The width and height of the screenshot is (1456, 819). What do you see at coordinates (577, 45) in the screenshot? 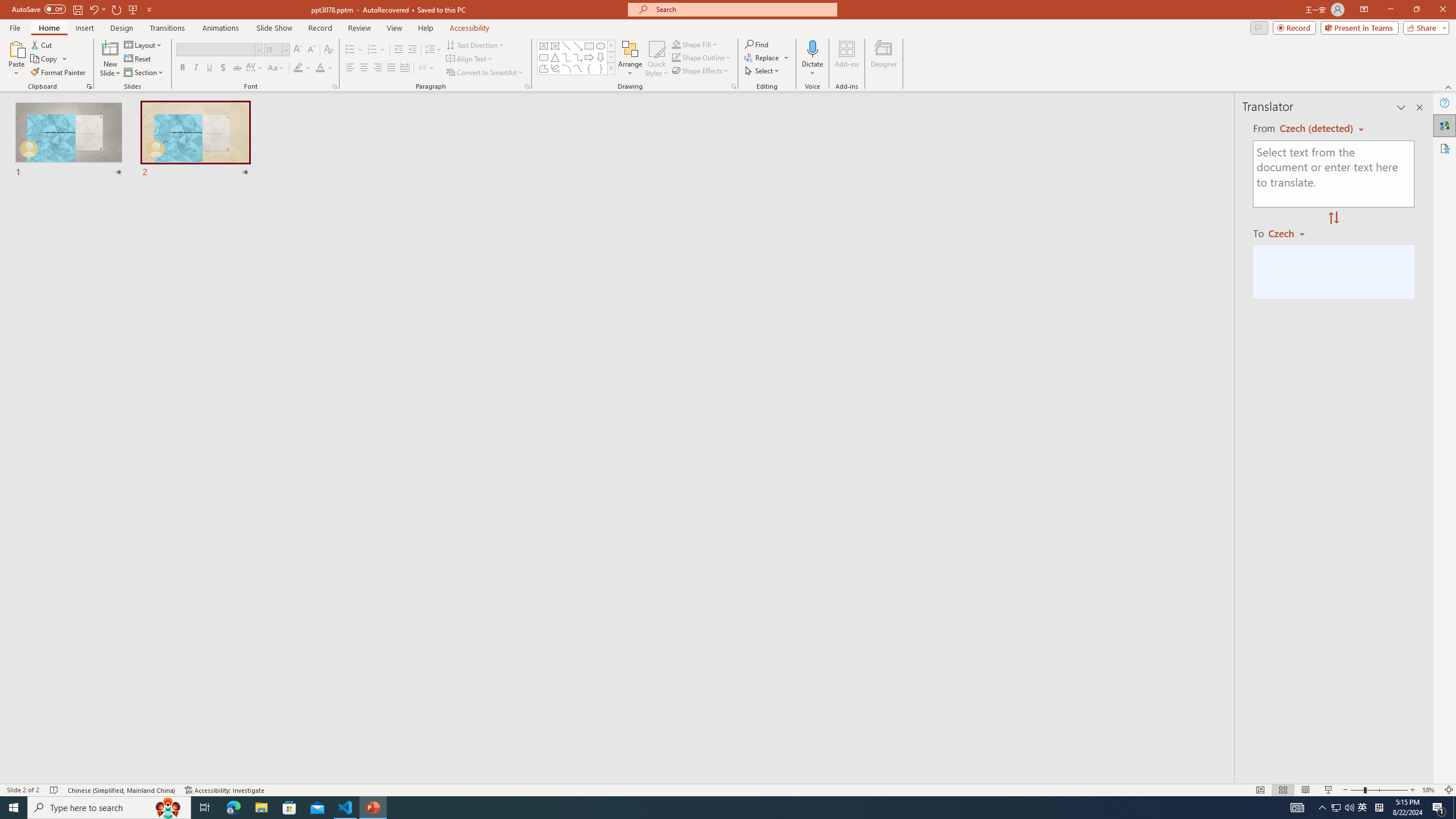
I see `'Line Arrow'` at bounding box center [577, 45].